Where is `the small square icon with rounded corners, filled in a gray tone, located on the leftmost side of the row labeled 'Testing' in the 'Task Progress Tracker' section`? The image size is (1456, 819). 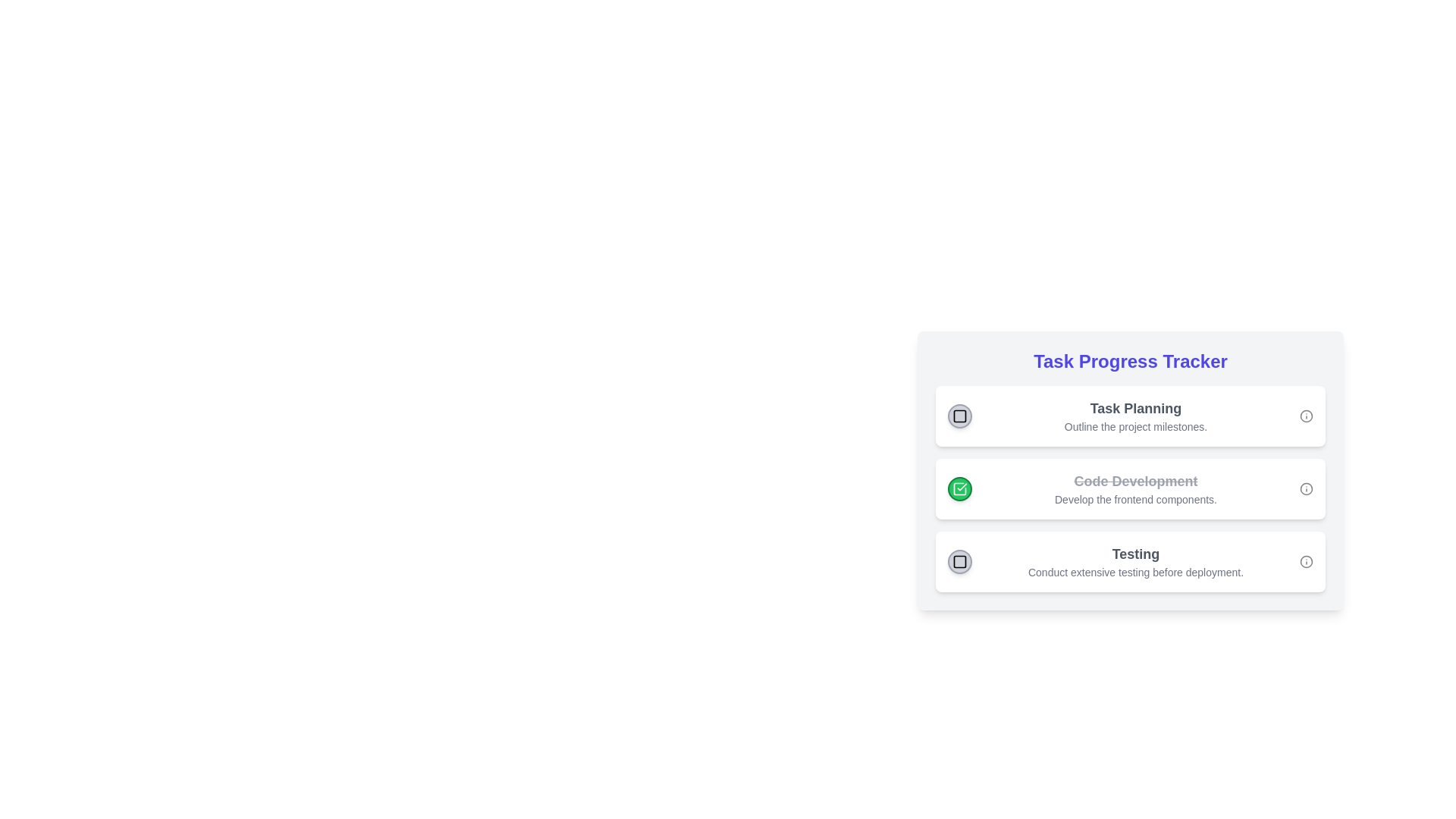 the small square icon with rounded corners, filled in a gray tone, located on the leftmost side of the row labeled 'Testing' in the 'Task Progress Tracker' section is located at coordinates (959, 561).